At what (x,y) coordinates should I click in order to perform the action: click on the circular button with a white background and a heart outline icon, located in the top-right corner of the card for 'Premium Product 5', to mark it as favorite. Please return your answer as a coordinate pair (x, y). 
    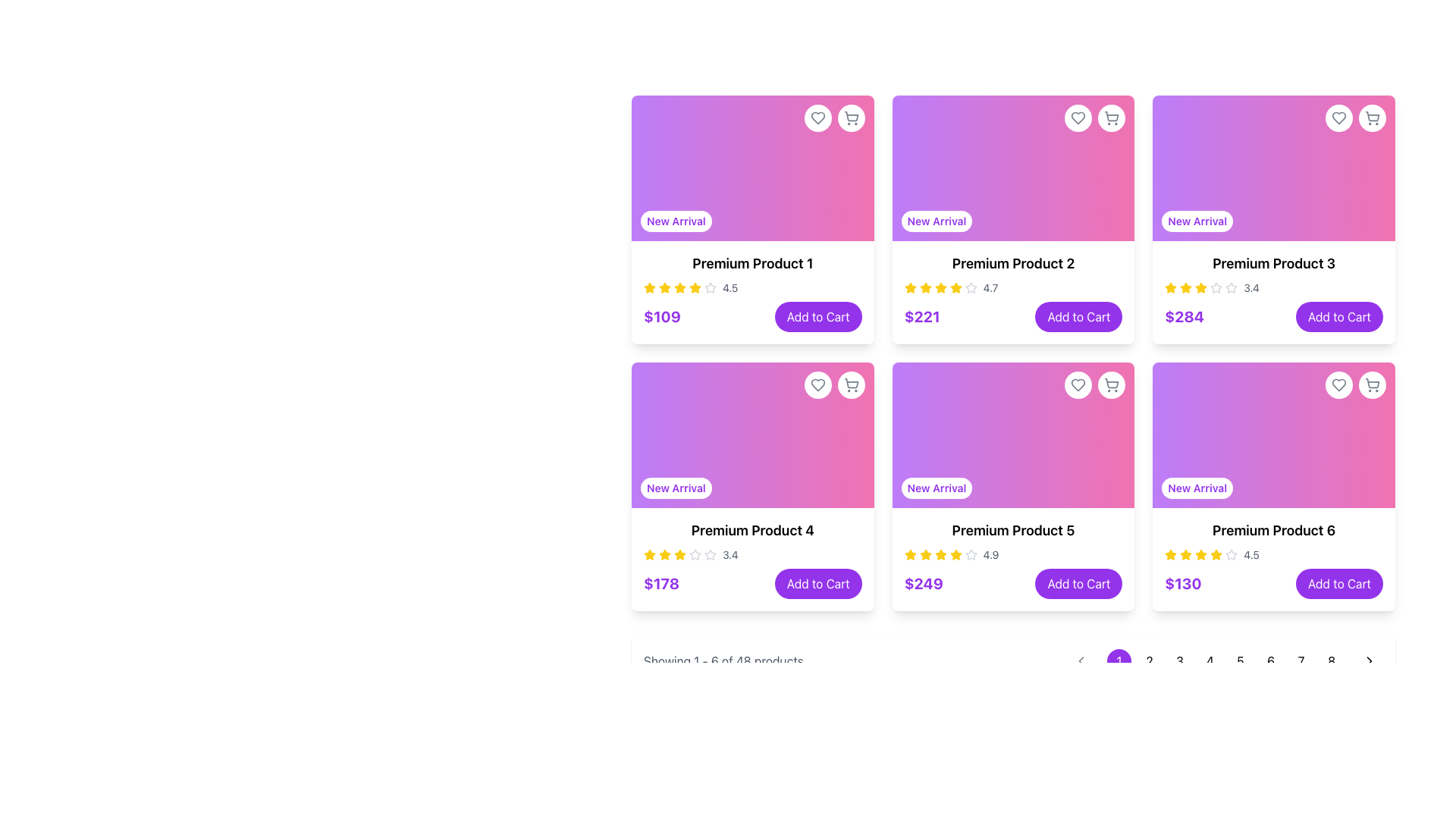
    Looking at the image, I should click on (1078, 384).